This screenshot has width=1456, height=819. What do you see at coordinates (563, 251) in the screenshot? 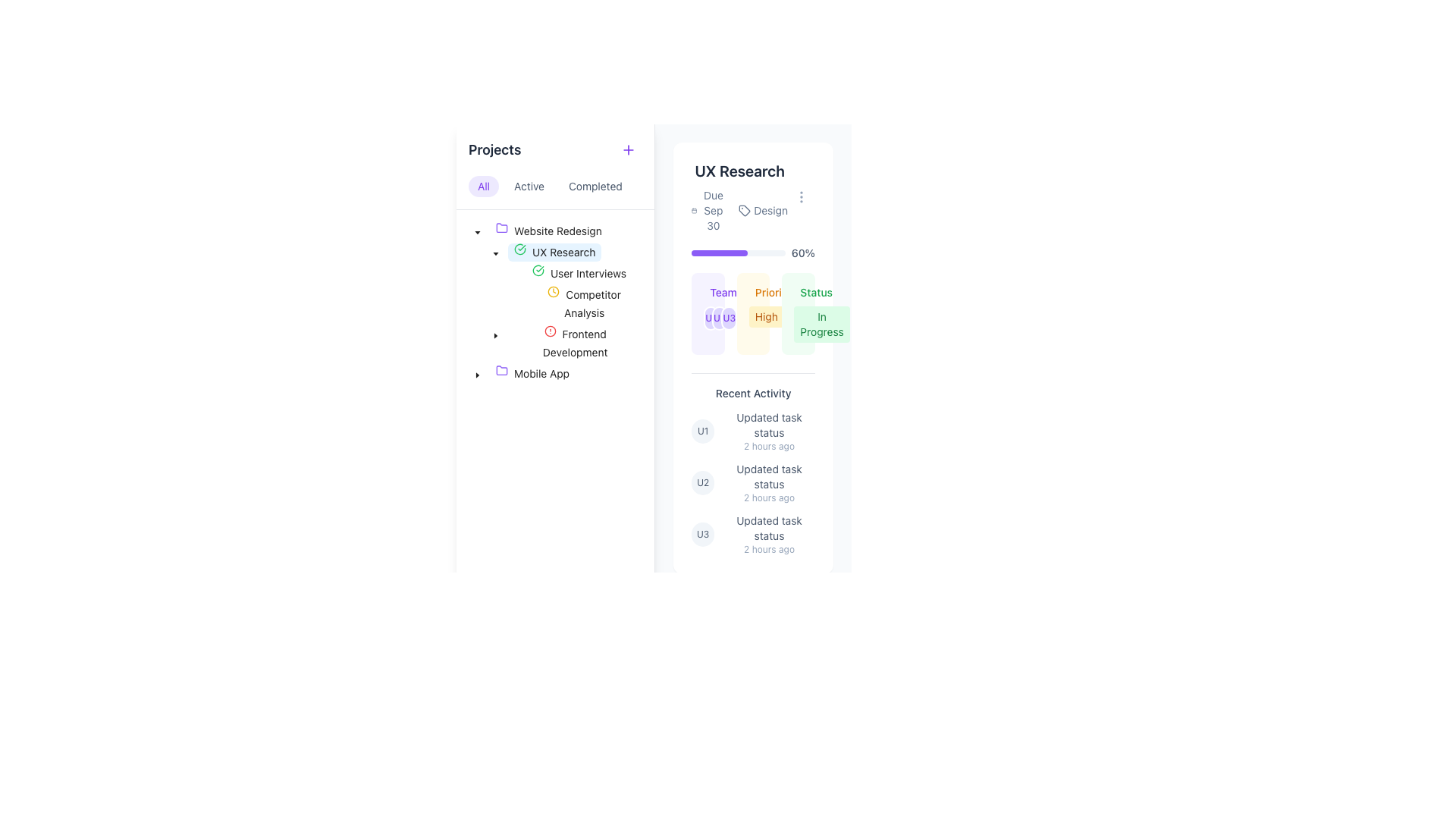
I see `the 'UX Research' text label in the project navigation tree` at bounding box center [563, 251].